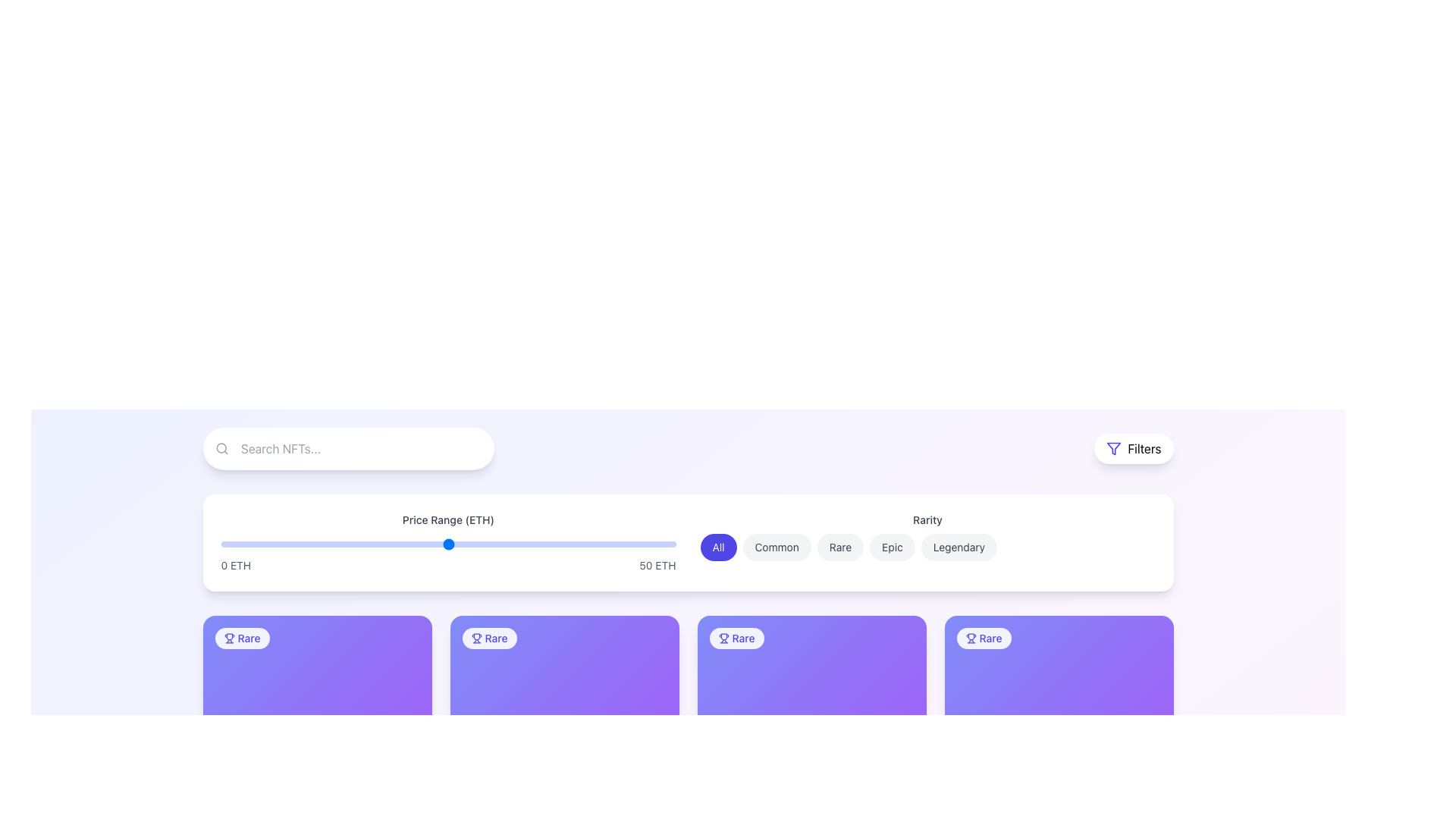 The image size is (1456, 819). I want to click on the slider value, so click(356, 543).